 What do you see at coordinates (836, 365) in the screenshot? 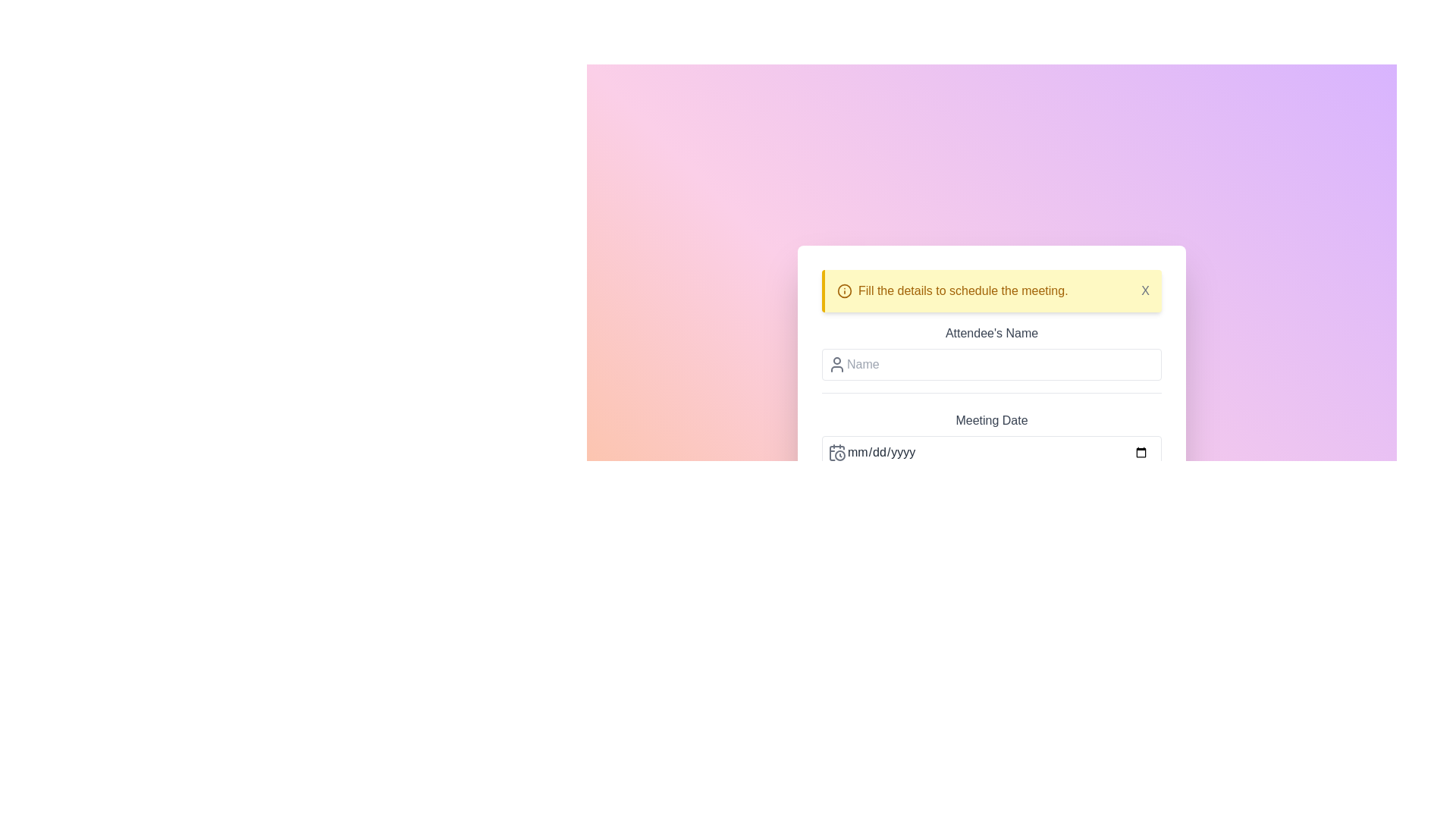
I see `the user avatar icon located to the left of the 'Name' text input field, which is lightly styled with a grayish color` at bounding box center [836, 365].